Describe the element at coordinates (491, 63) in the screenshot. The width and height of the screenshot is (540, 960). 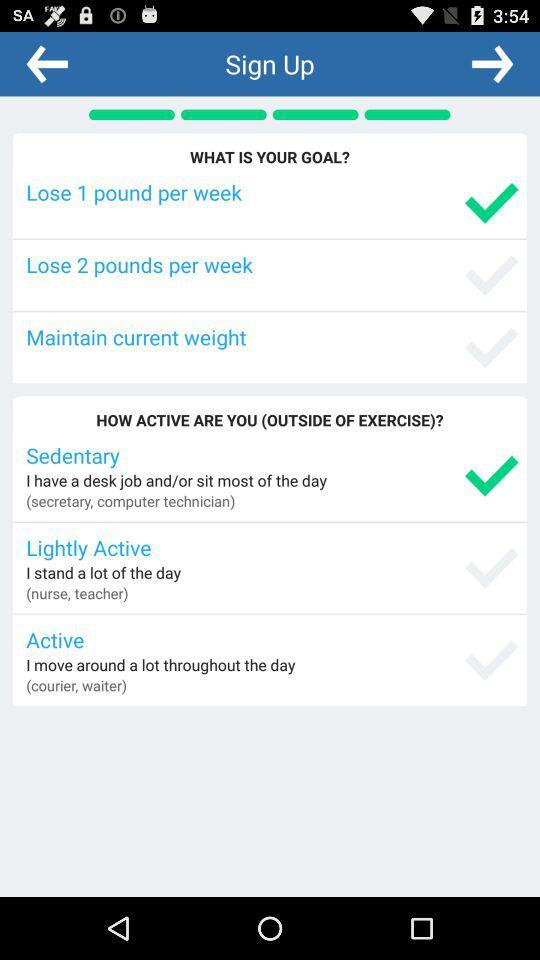
I see `autoplay option` at that location.